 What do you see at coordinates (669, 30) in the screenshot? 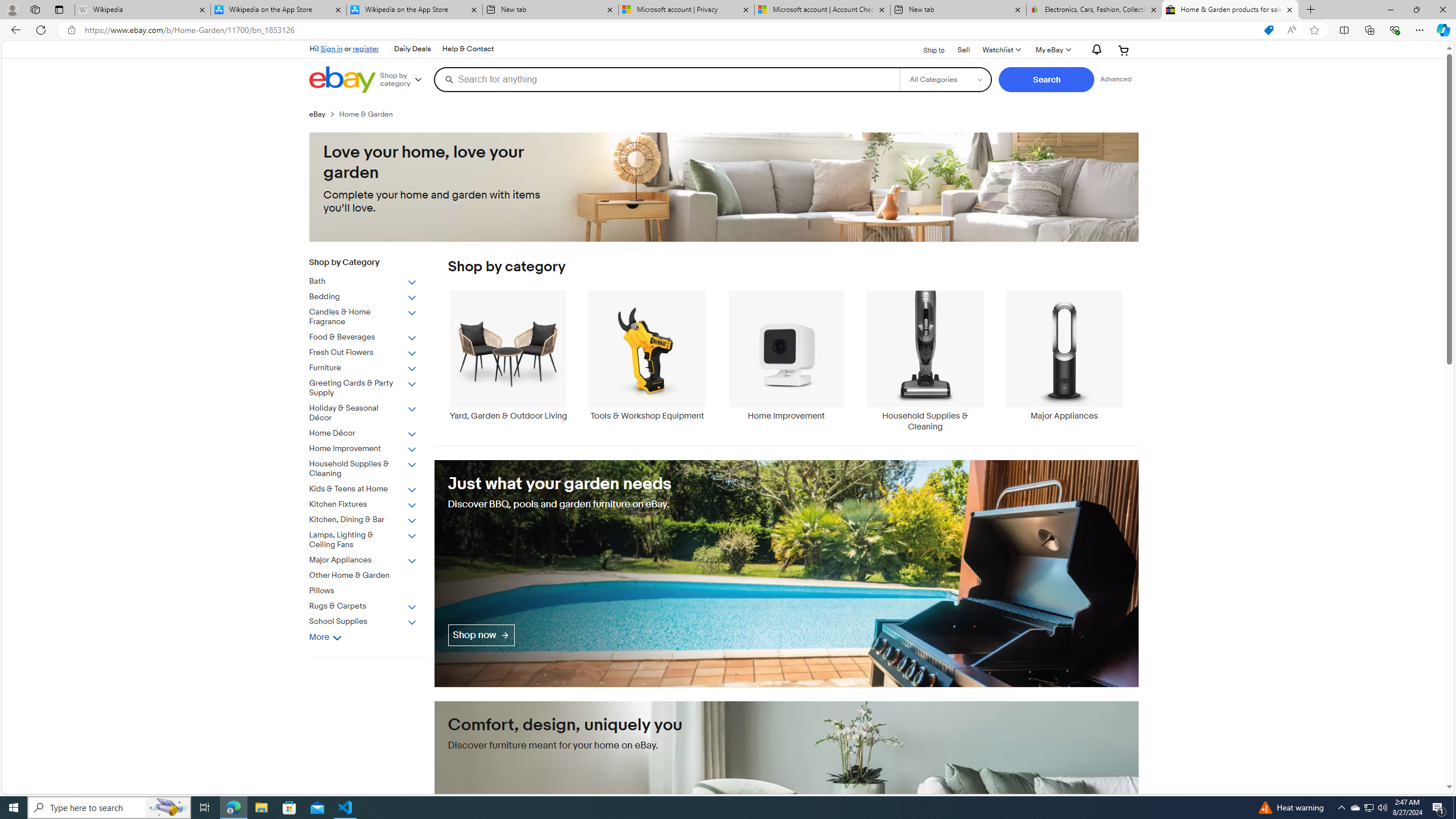
I see `'Address and search bar'` at bounding box center [669, 30].